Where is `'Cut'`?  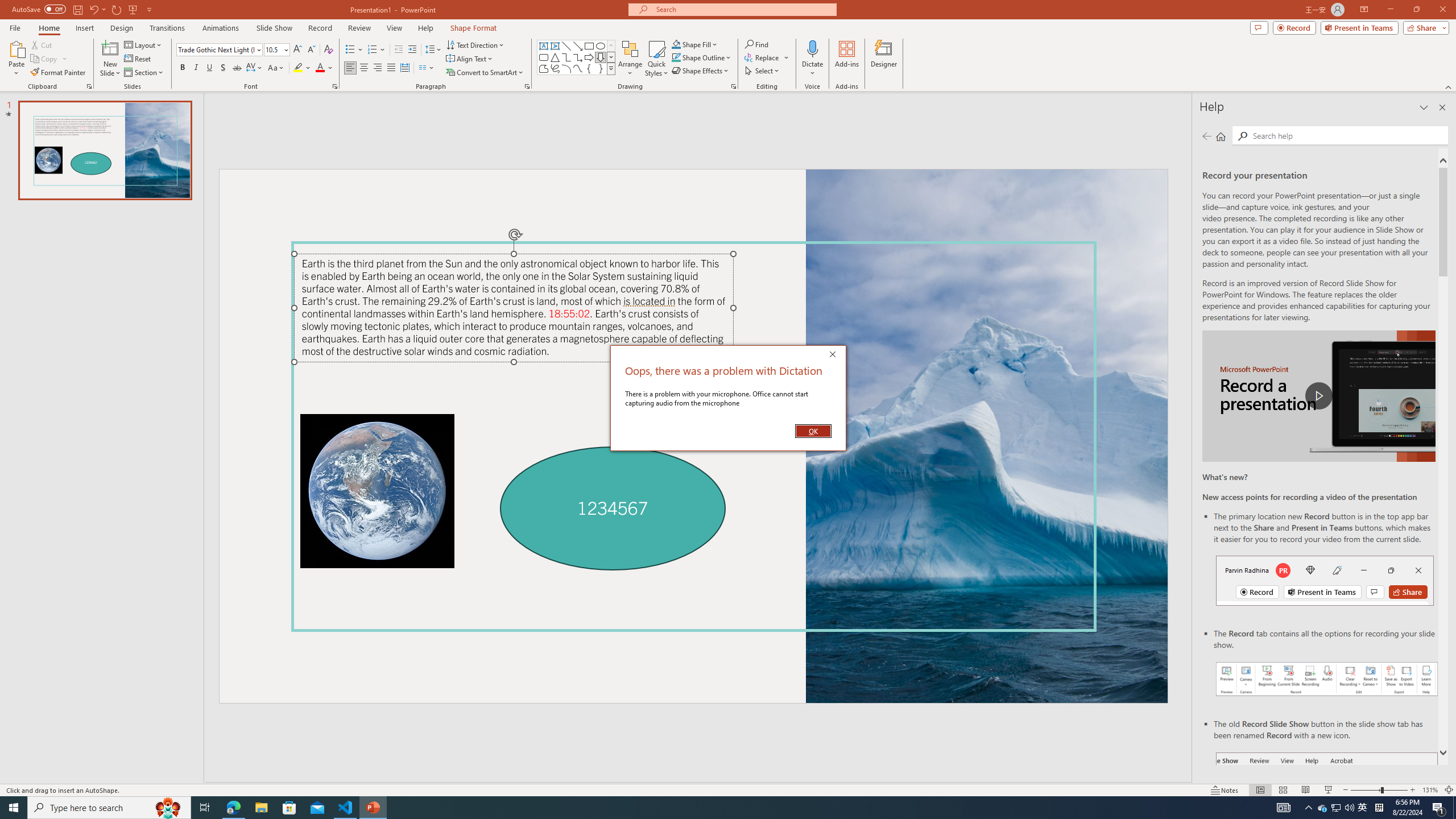 'Cut' is located at coordinates (42, 44).